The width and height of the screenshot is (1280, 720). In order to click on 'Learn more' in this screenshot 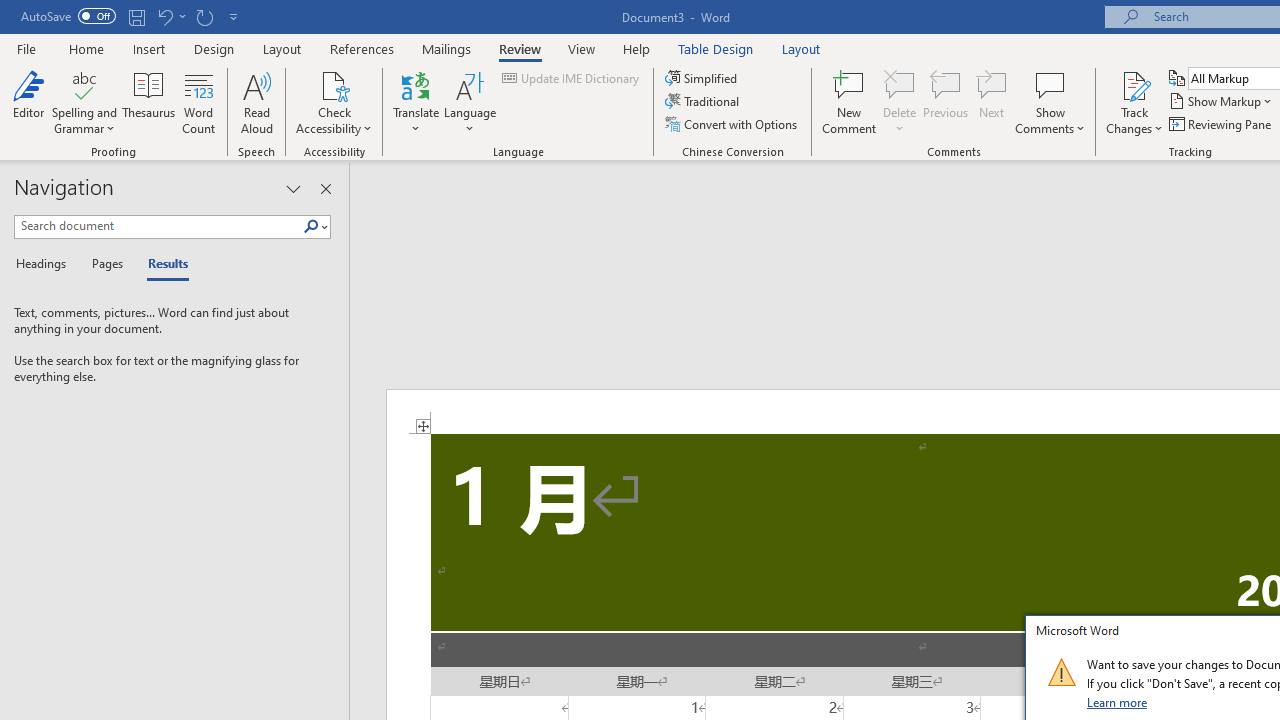, I will do `click(1117, 701)`.